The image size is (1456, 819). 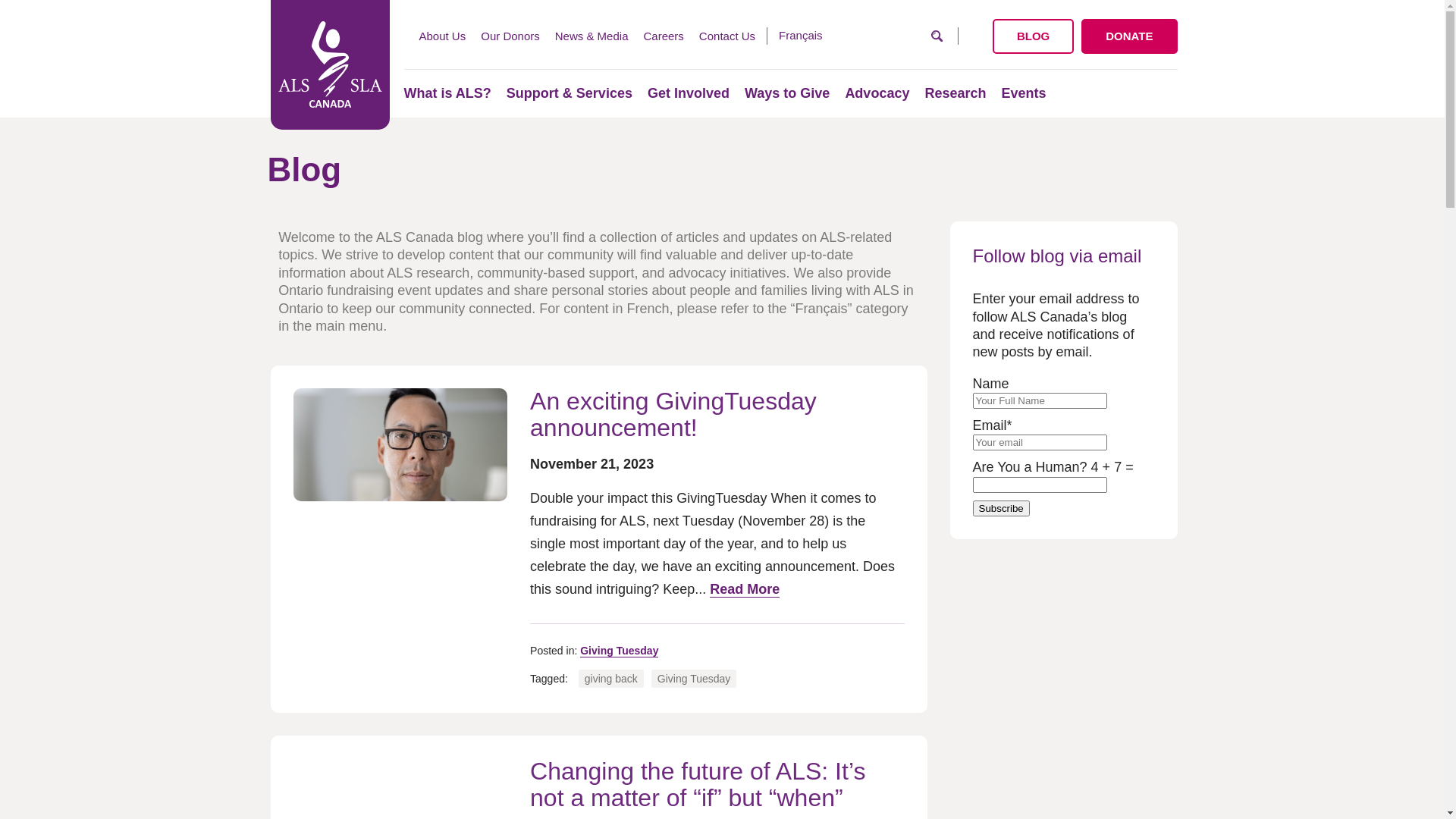 I want to click on 'Support & Services', so click(x=506, y=93).